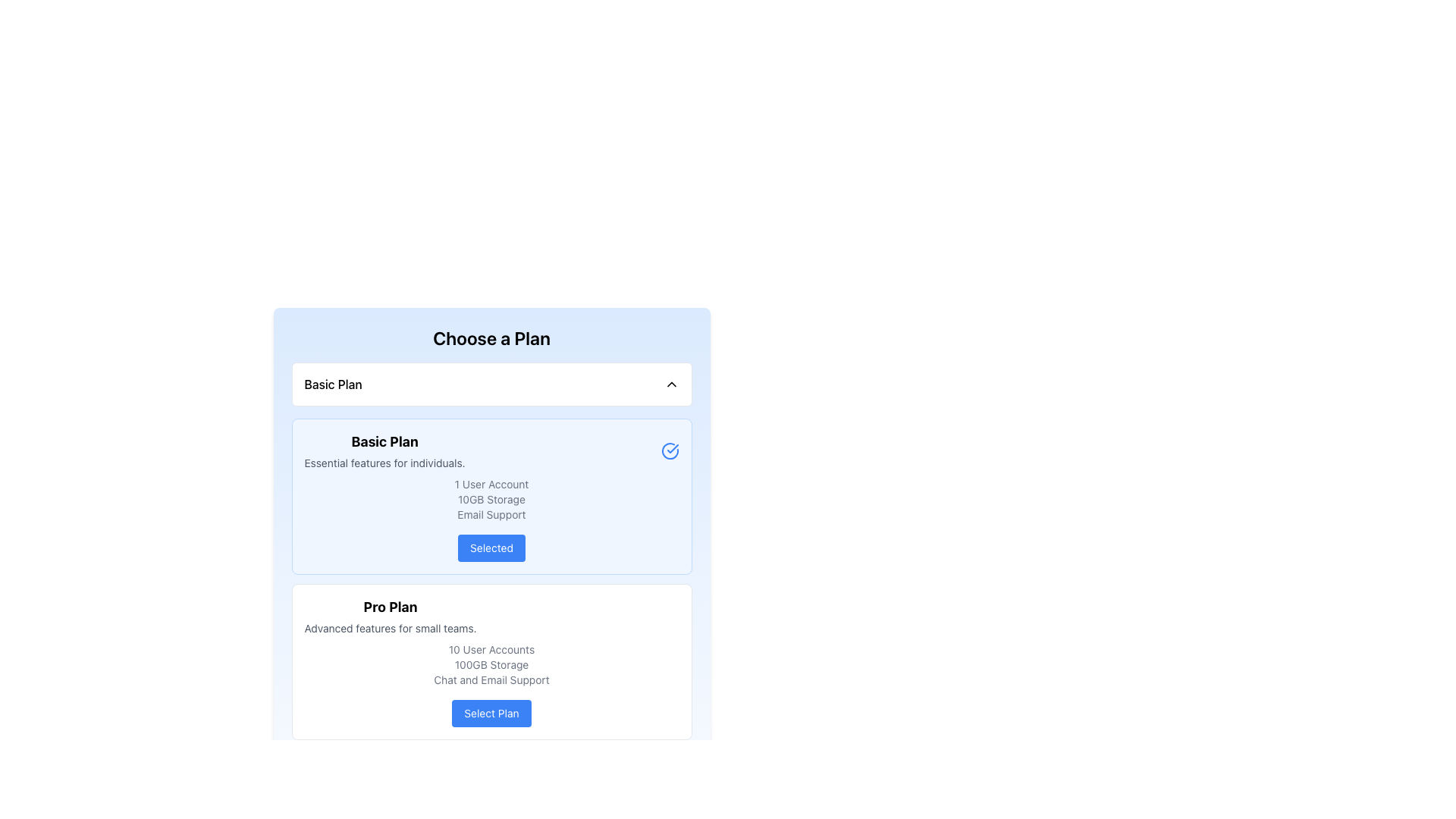 This screenshot has height=819, width=1456. Describe the element at coordinates (491, 664) in the screenshot. I see `the text label displaying '100GB Storage', which is part of the subscription plan features list under the 'Pro Plan' section` at that location.